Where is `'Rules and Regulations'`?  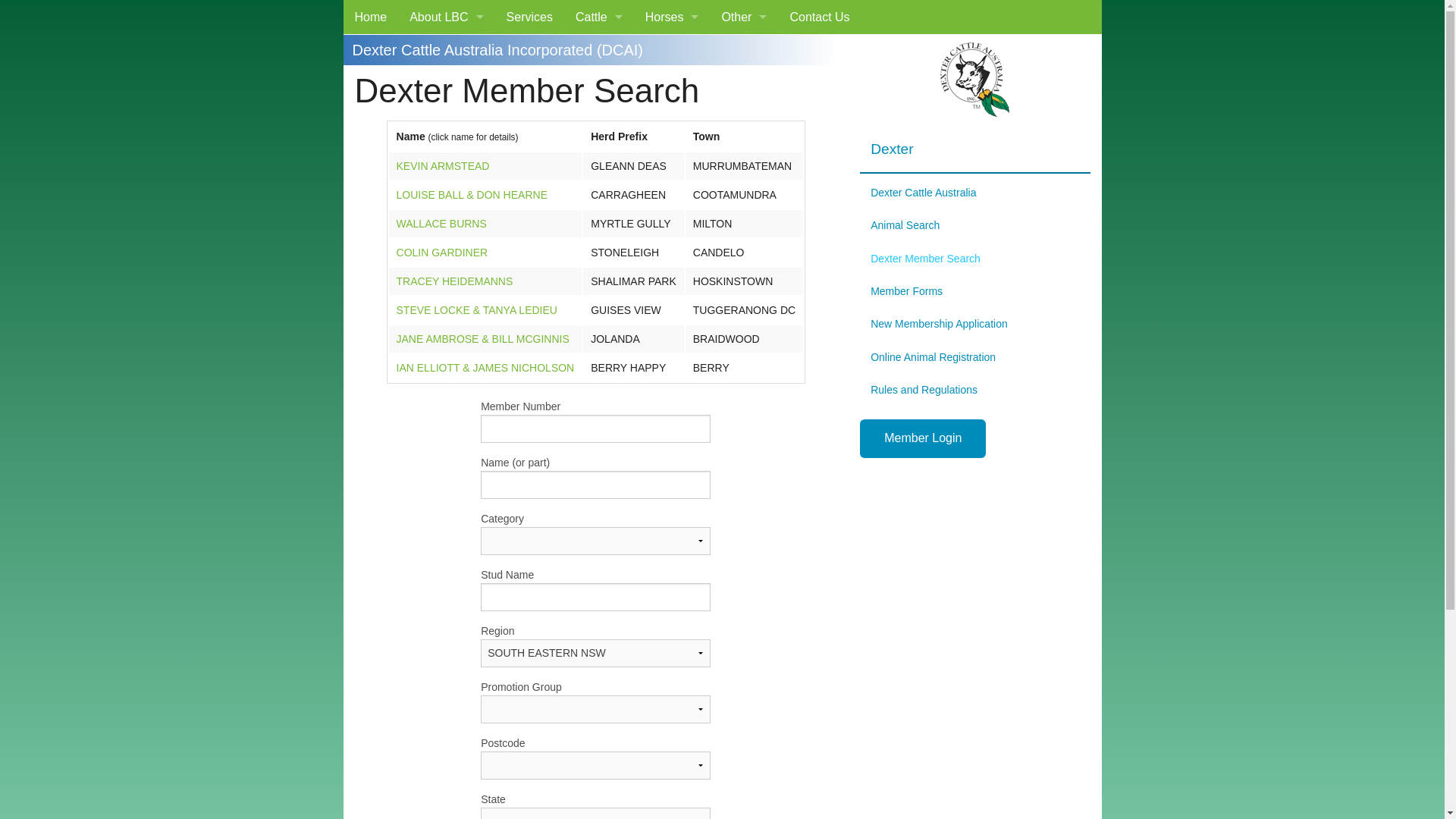 'Rules and Regulations' is located at coordinates (974, 388).